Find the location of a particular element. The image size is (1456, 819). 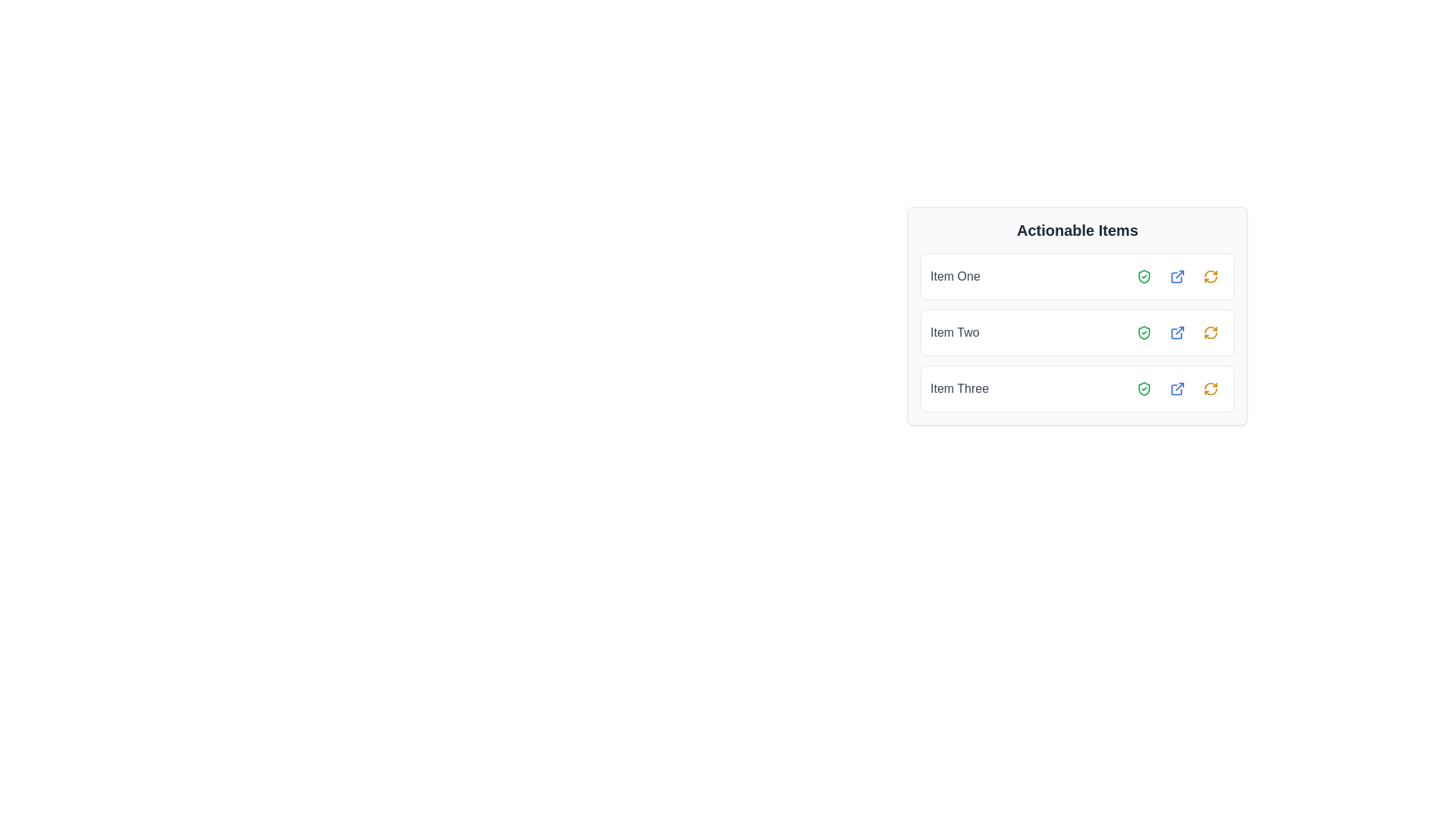

the refresh button, which is a circular arrow icon in golden yellow color, located in the last row of the 'Actionable Items' list under 'Item Three' is located at coordinates (1210, 388).